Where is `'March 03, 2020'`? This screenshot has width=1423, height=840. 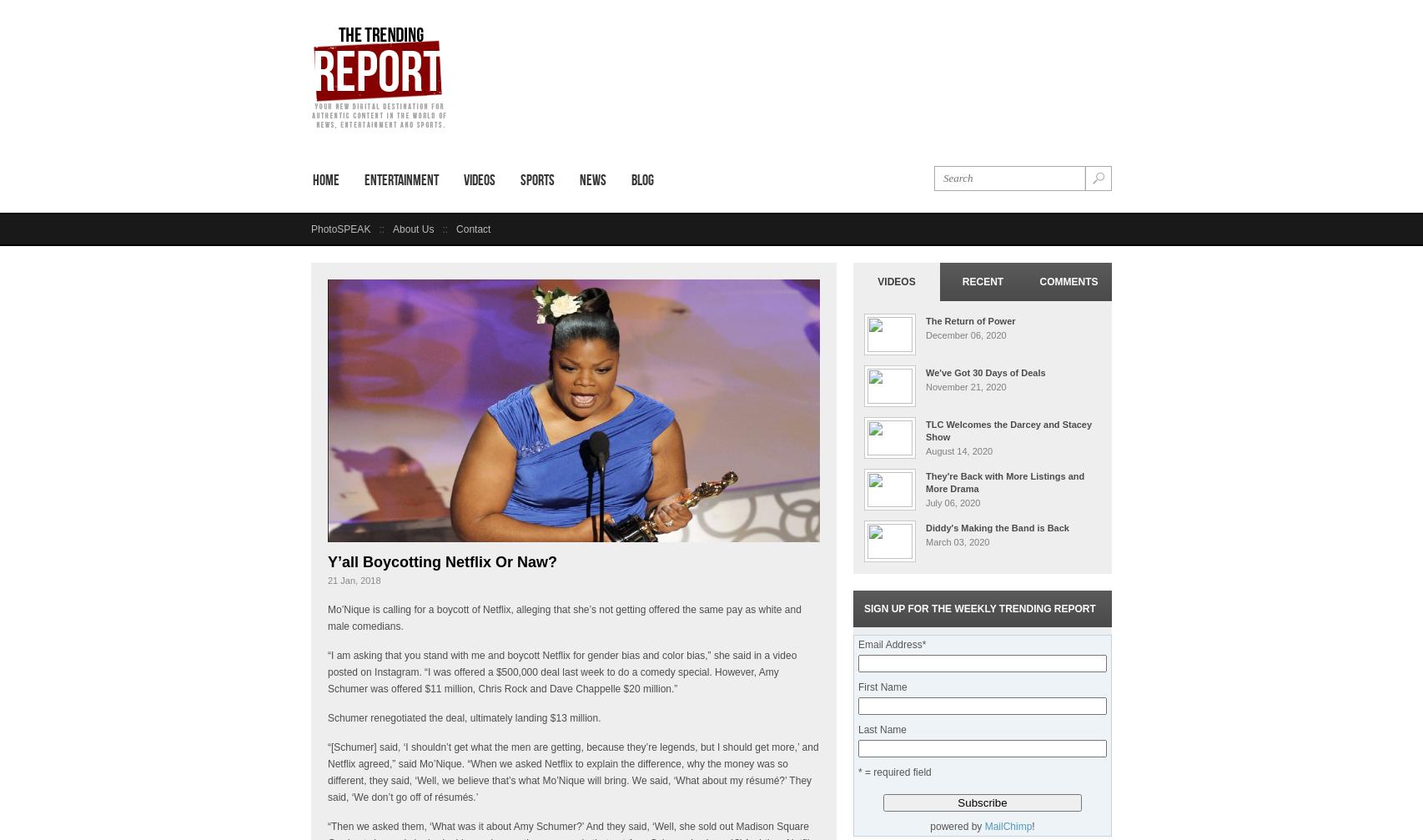 'March 03, 2020' is located at coordinates (925, 541).